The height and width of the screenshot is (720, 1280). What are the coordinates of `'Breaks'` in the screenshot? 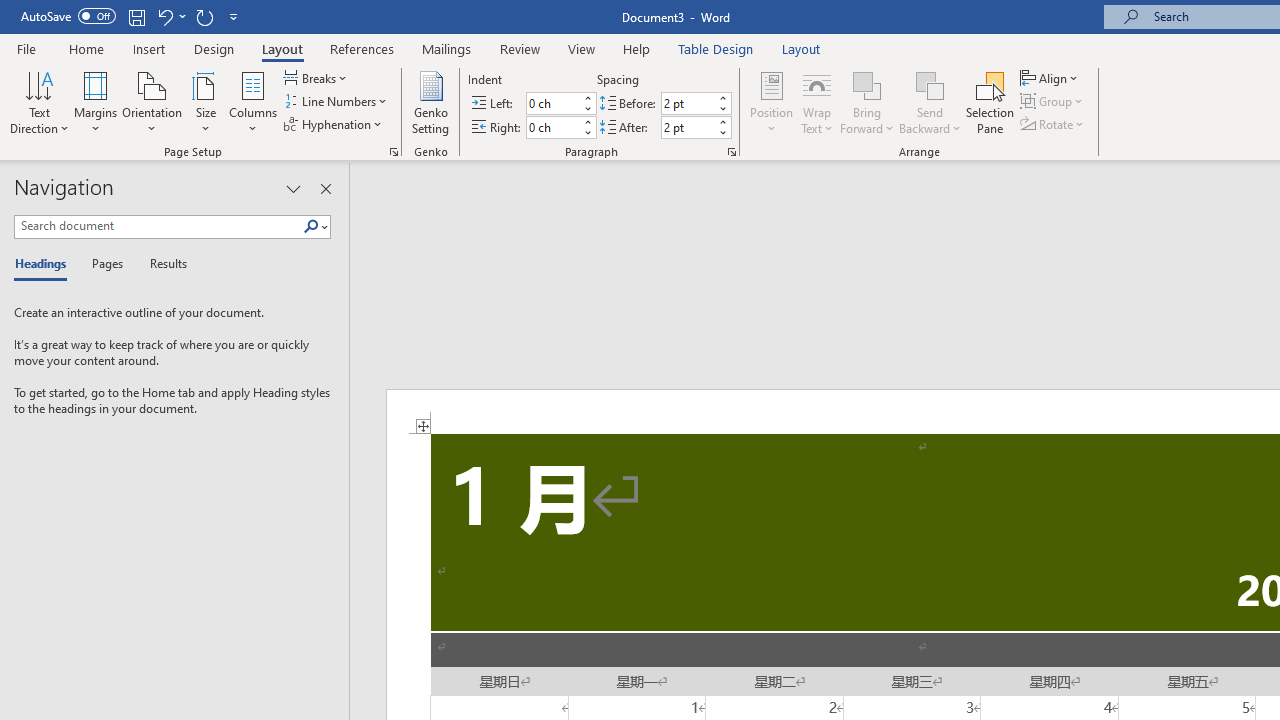 It's located at (316, 77).